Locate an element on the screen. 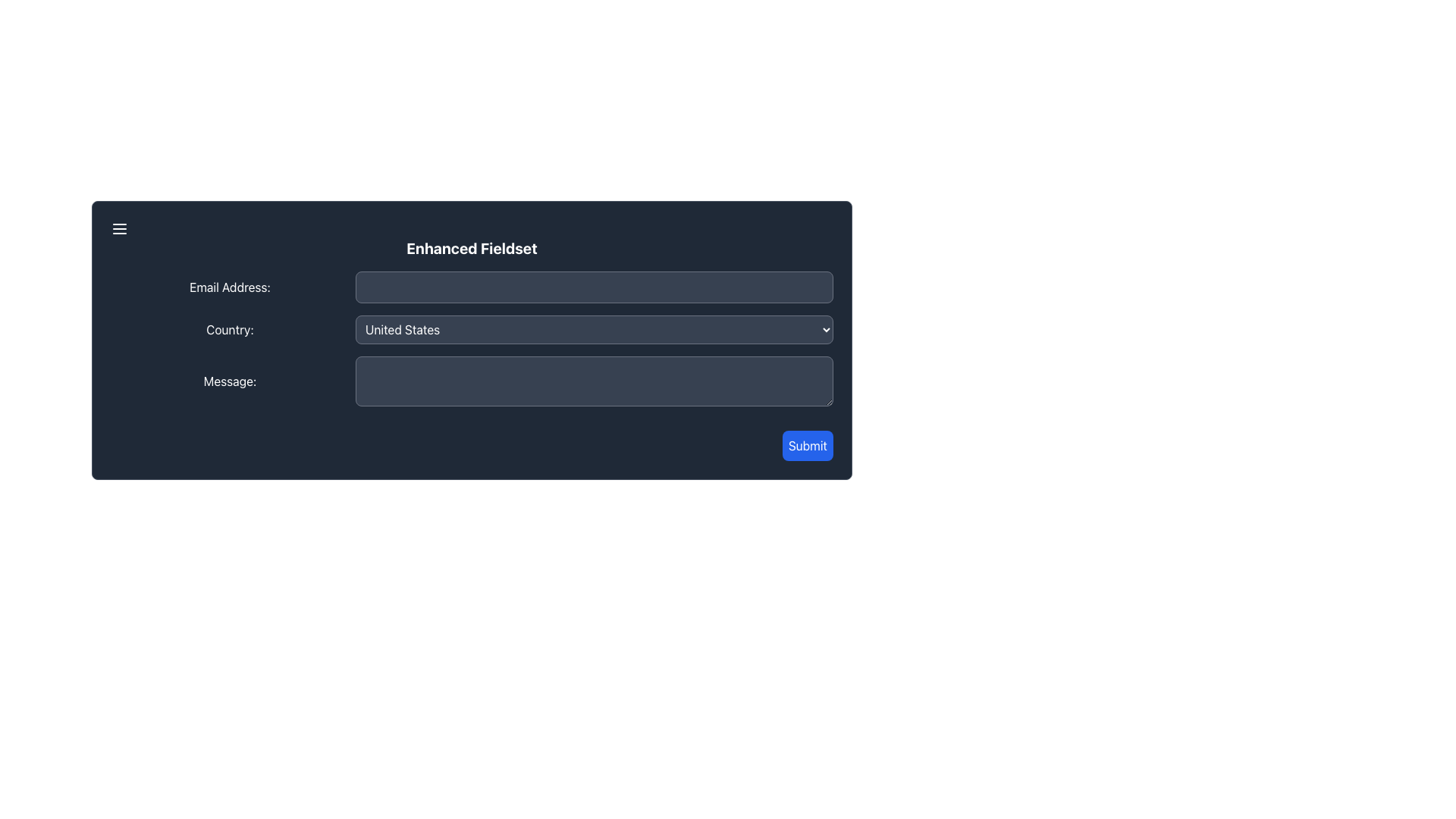  the 'Submit' button, which is a rectangular button with a blue background and white text, located at the bottom right corner of the form interface is located at coordinates (807, 444).